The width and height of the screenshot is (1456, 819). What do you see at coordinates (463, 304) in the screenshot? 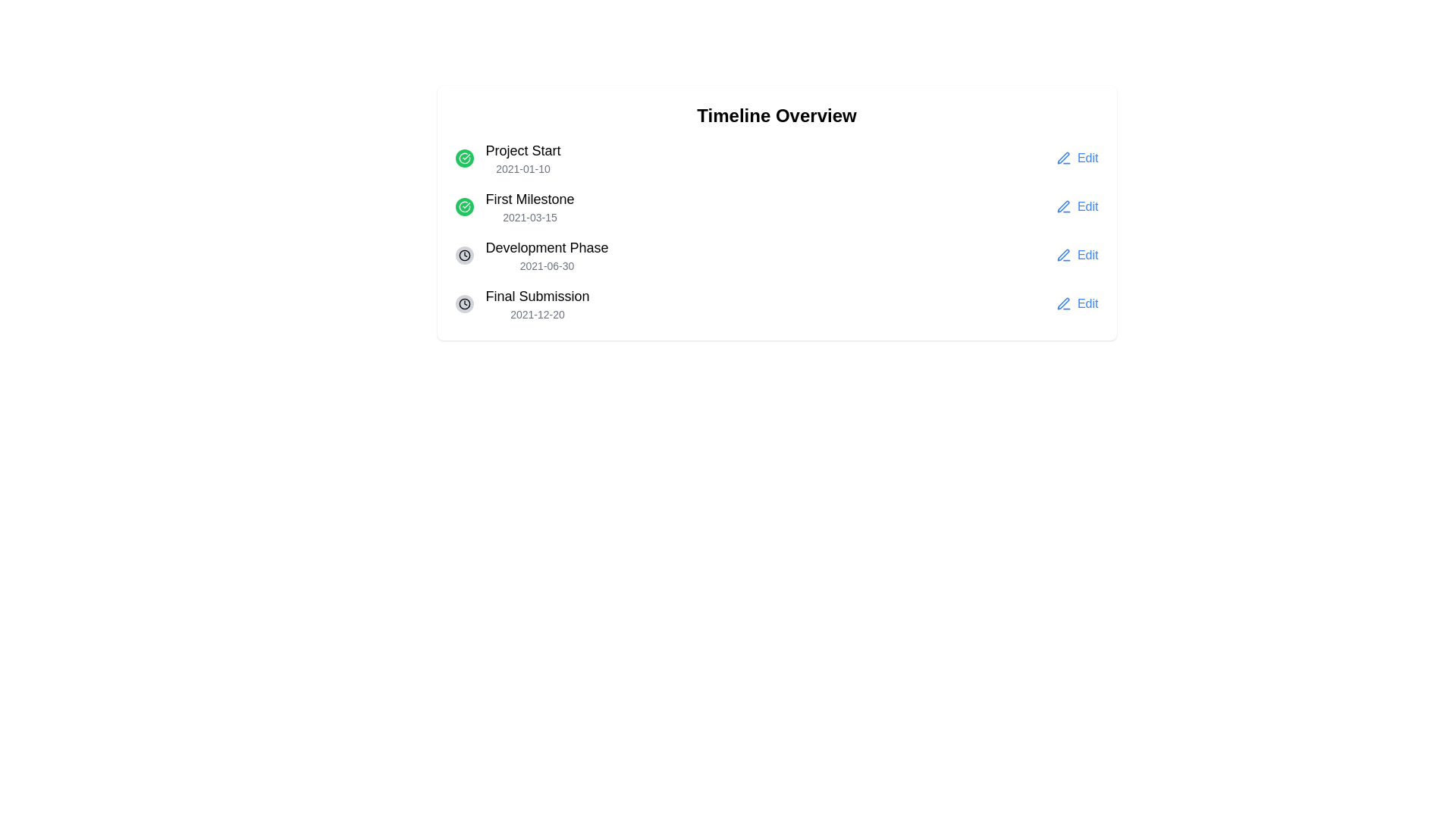
I see `the circular gray icon with a clock symbol that indicates 'Final Submission' and is located at the leftmost side of the row` at bounding box center [463, 304].